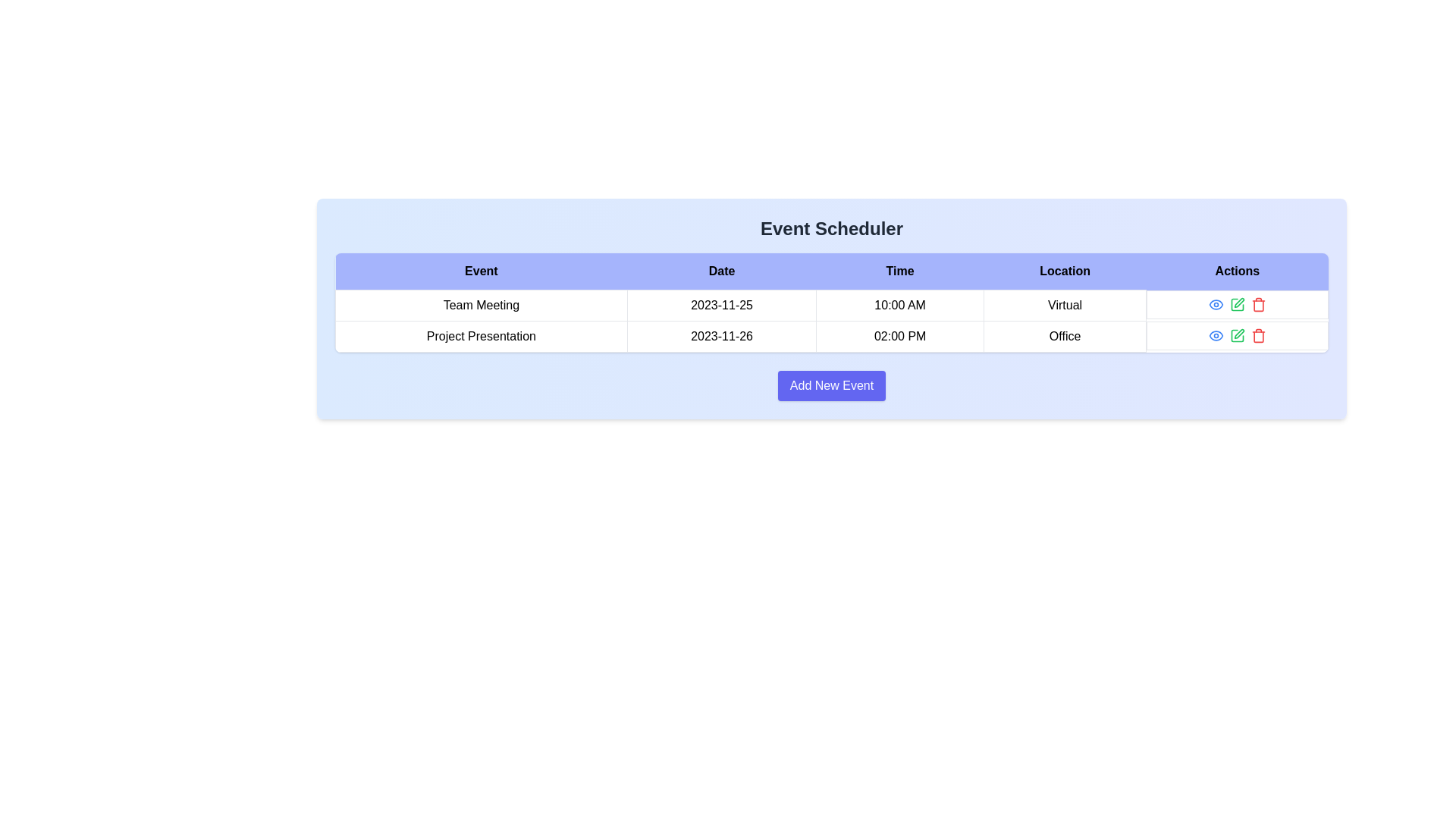  What do you see at coordinates (721, 335) in the screenshot?
I see `the static data display for the date associated with the corresponding event in the second cell of the second row under the 'Date' column` at bounding box center [721, 335].